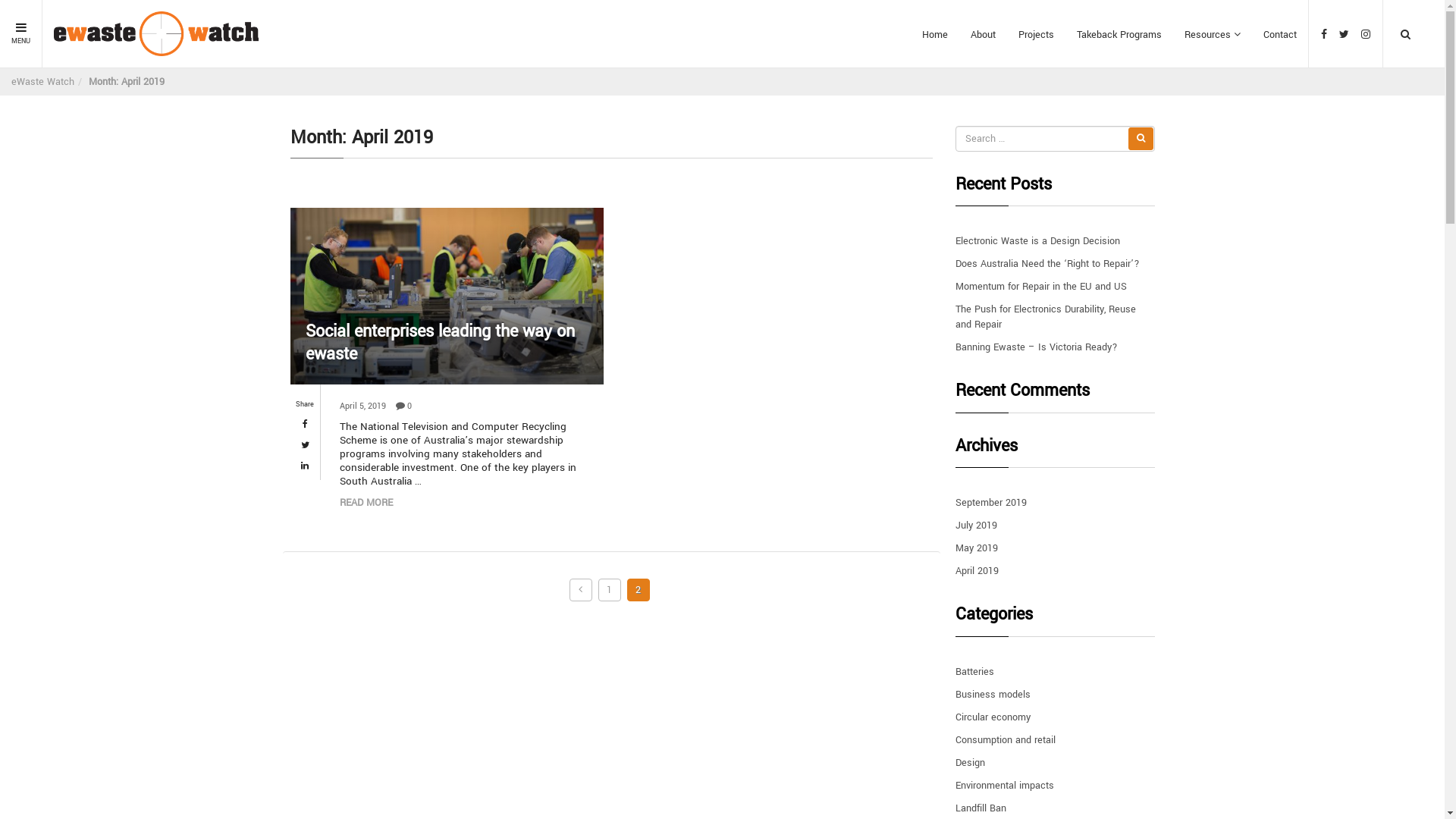 The height and width of the screenshot is (819, 1456). I want to click on 'Landfill Ban', so click(981, 807).